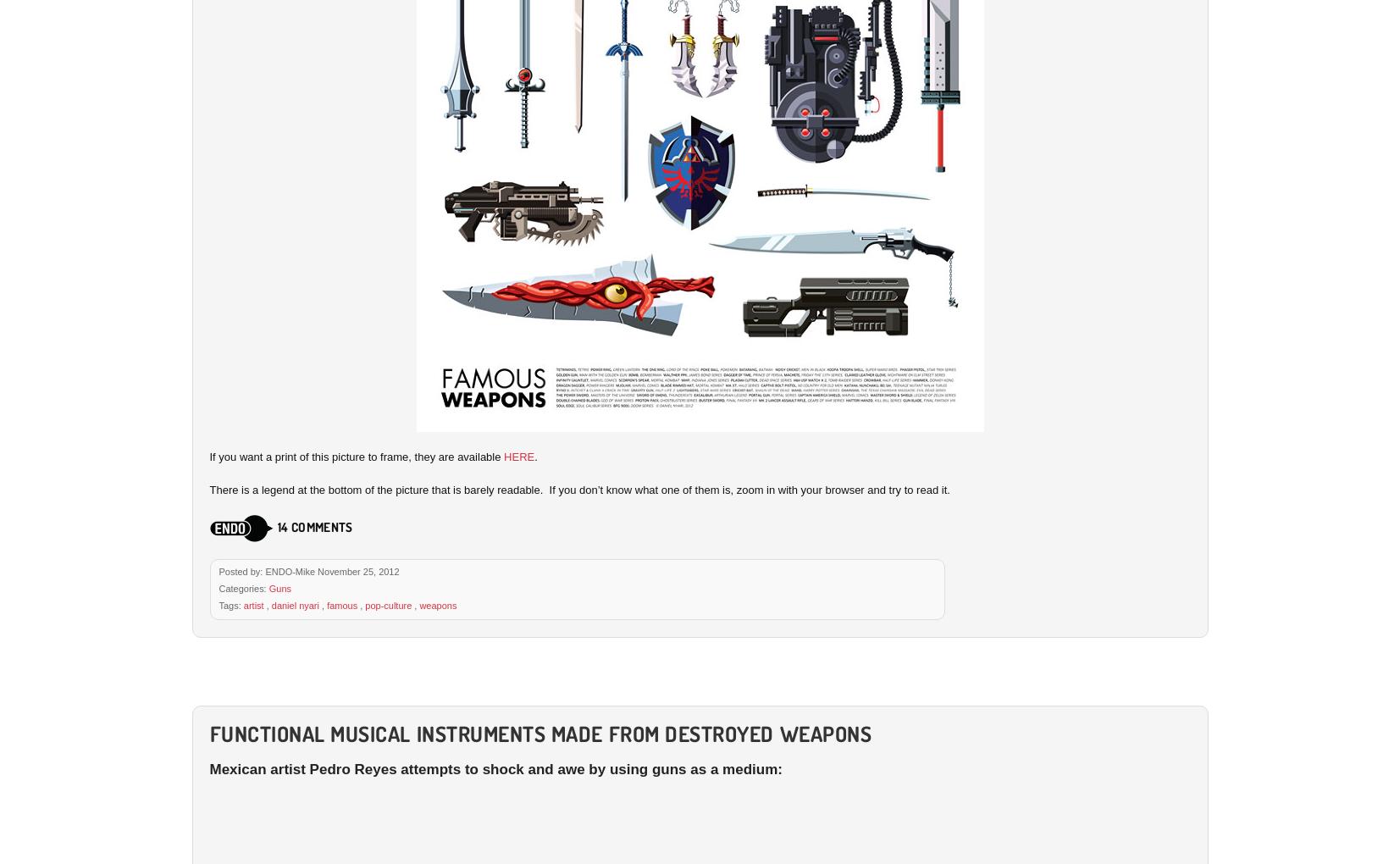 This screenshot has width=1400, height=864. I want to click on 'weapons', so click(437, 604).